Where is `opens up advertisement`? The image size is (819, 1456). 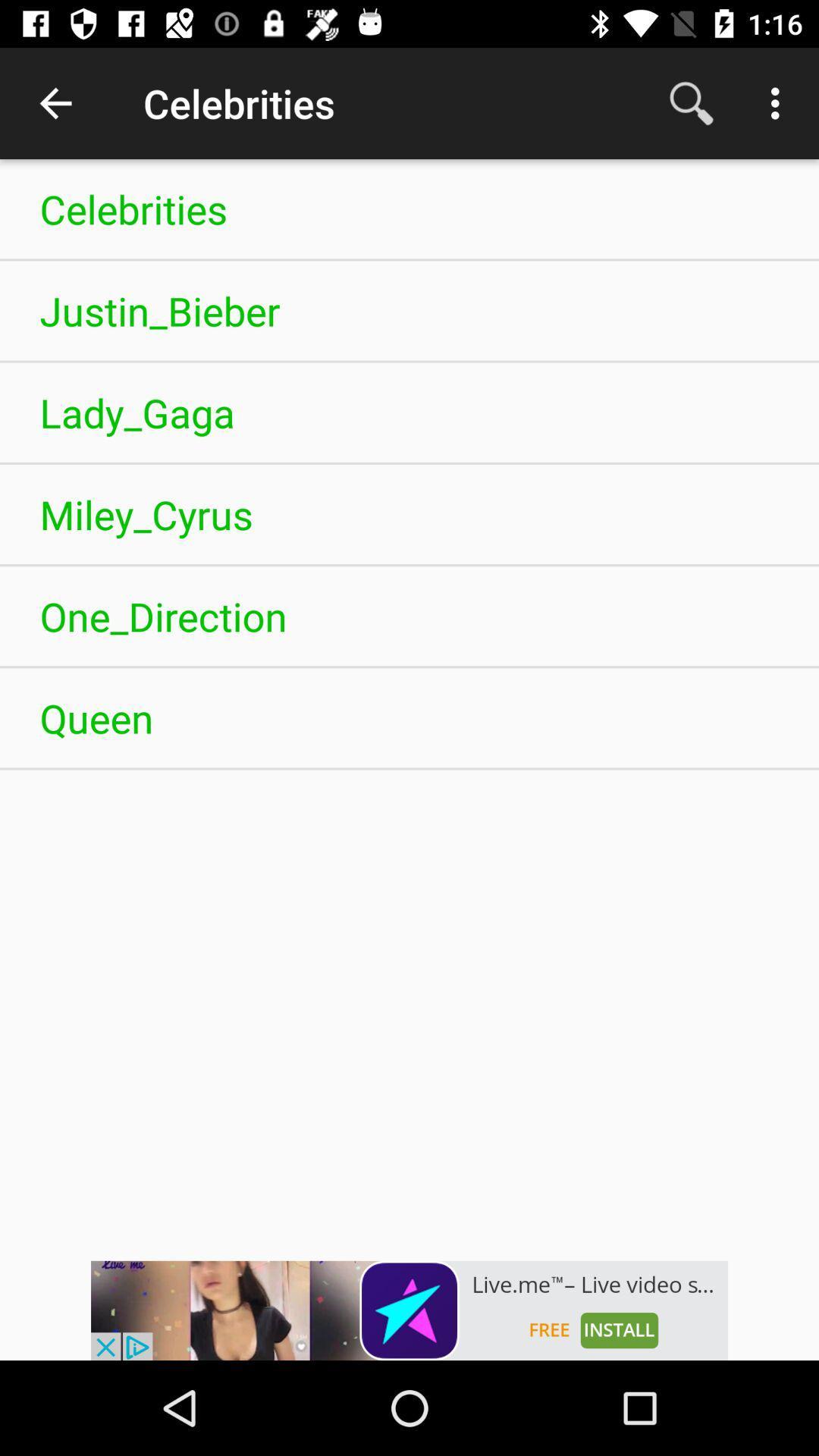
opens up advertisement is located at coordinates (409, 1310).